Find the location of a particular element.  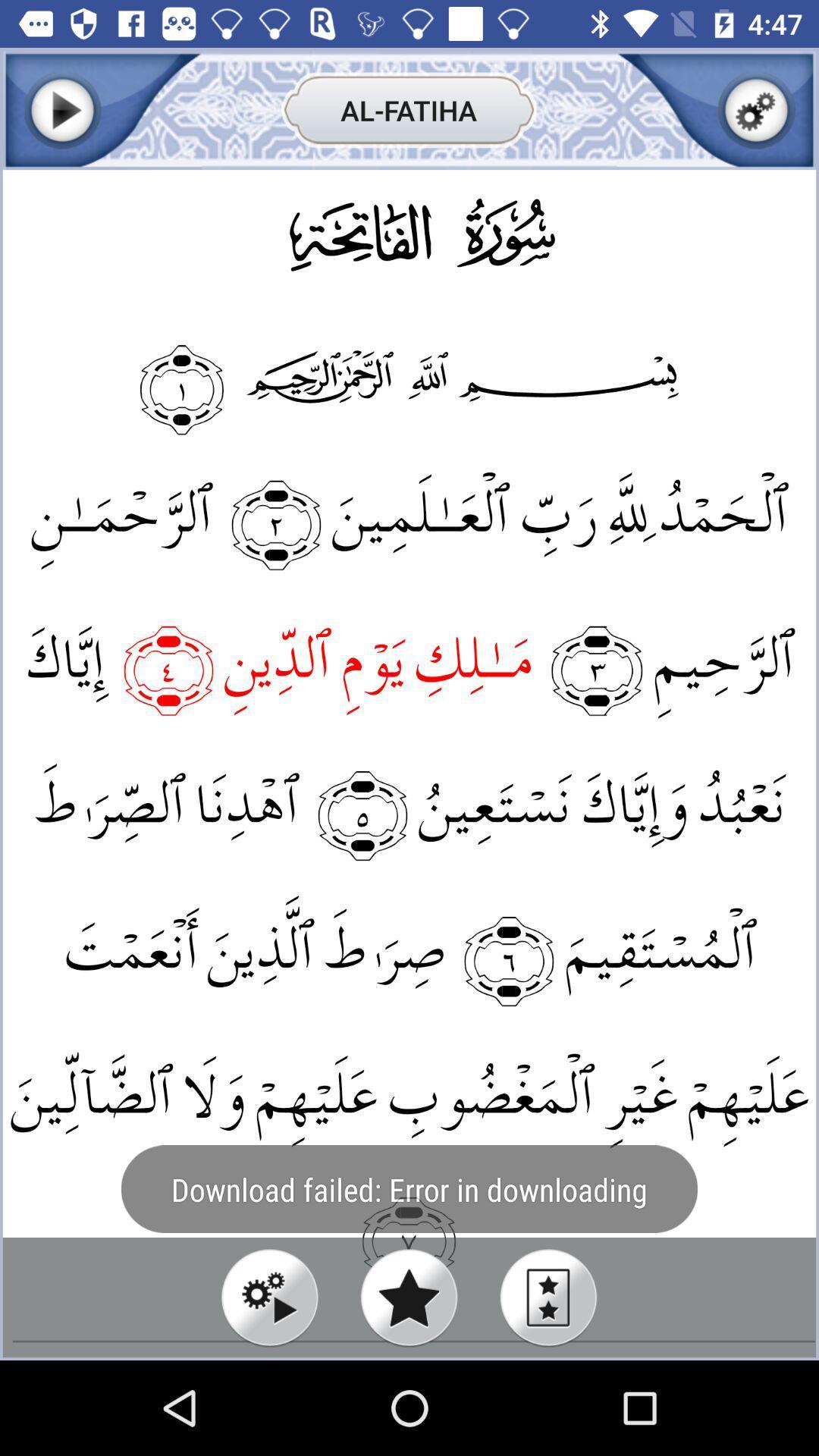

go back is located at coordinates (61, 109).